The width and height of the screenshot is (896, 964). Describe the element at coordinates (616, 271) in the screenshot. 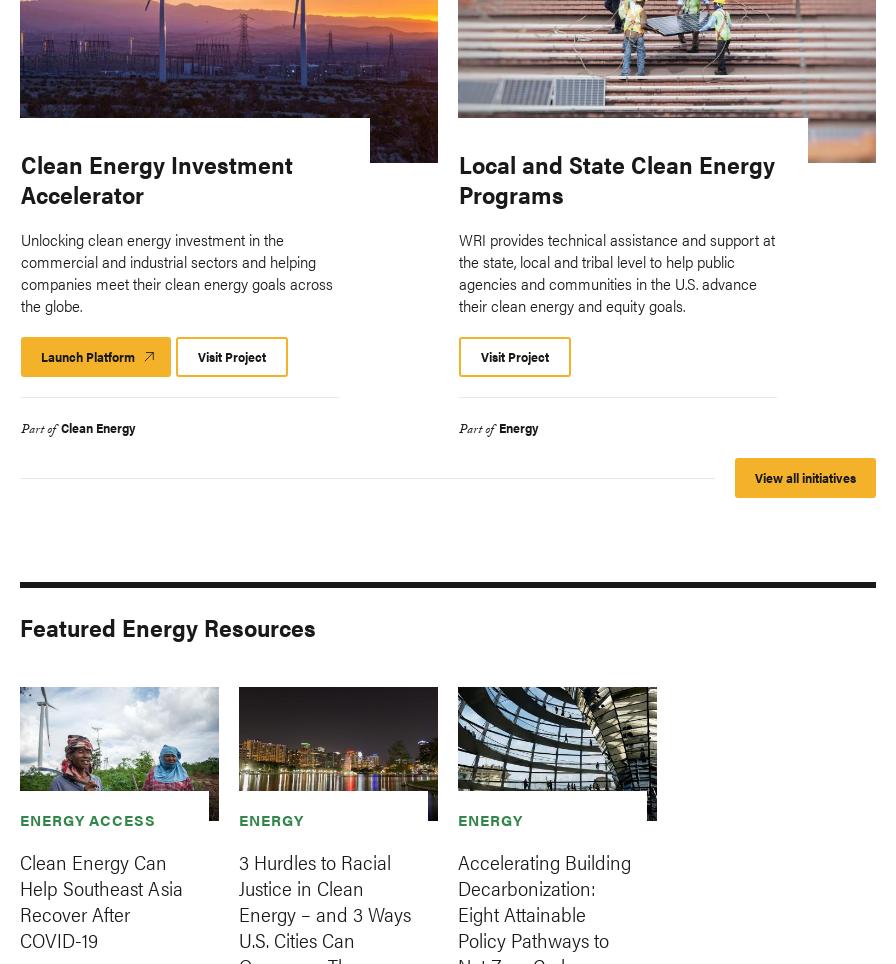

I see `'WRI provides technical assistance and support at the state, local and tribal level to help public agencies and communities in the U.S. advance their clean energy and equity goals.'` at that location.